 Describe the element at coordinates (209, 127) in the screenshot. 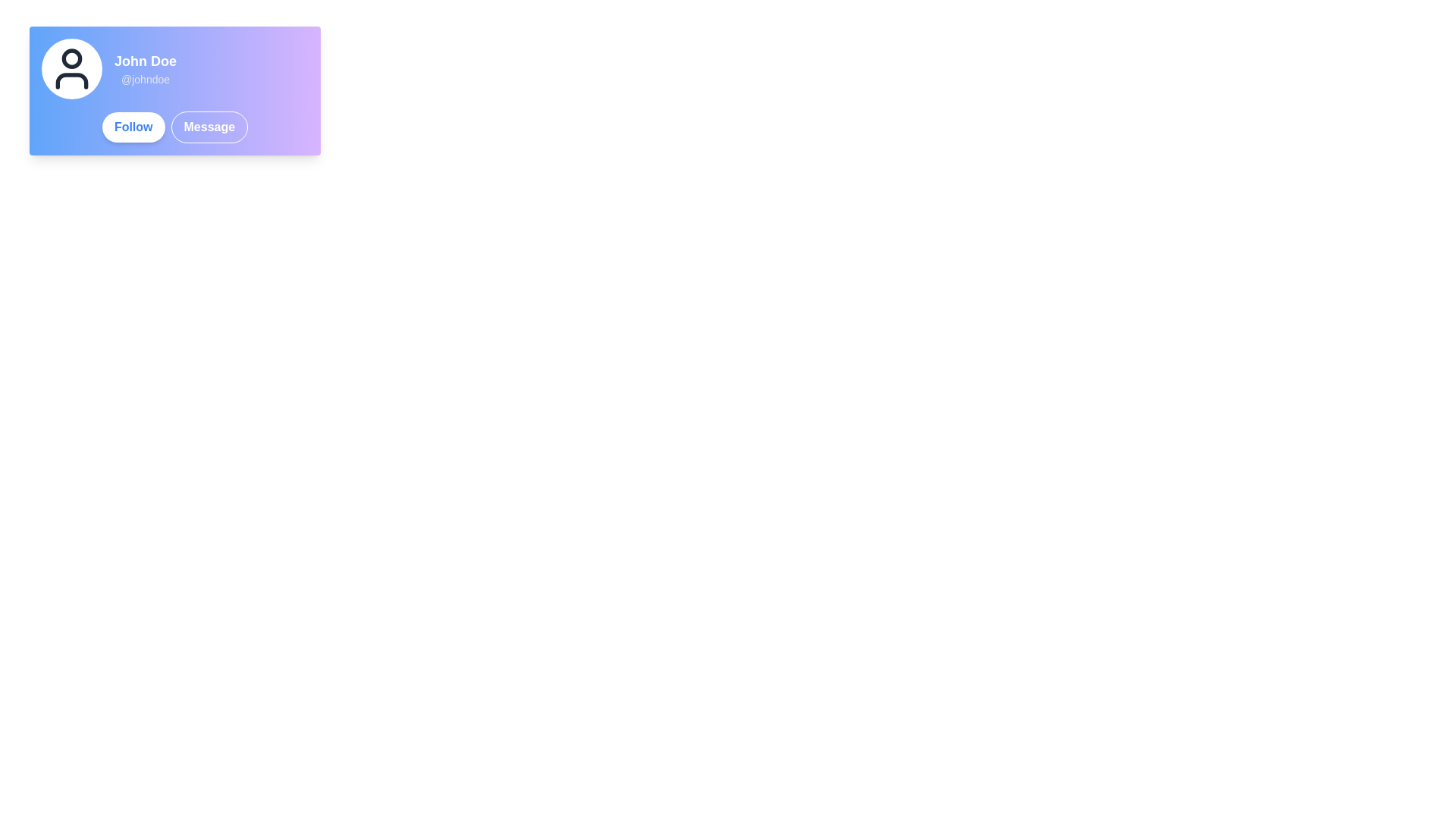

I see `the messaging button located immediately to the right of the 'Follow' button in the card layout for accessibility navigation` at that location.